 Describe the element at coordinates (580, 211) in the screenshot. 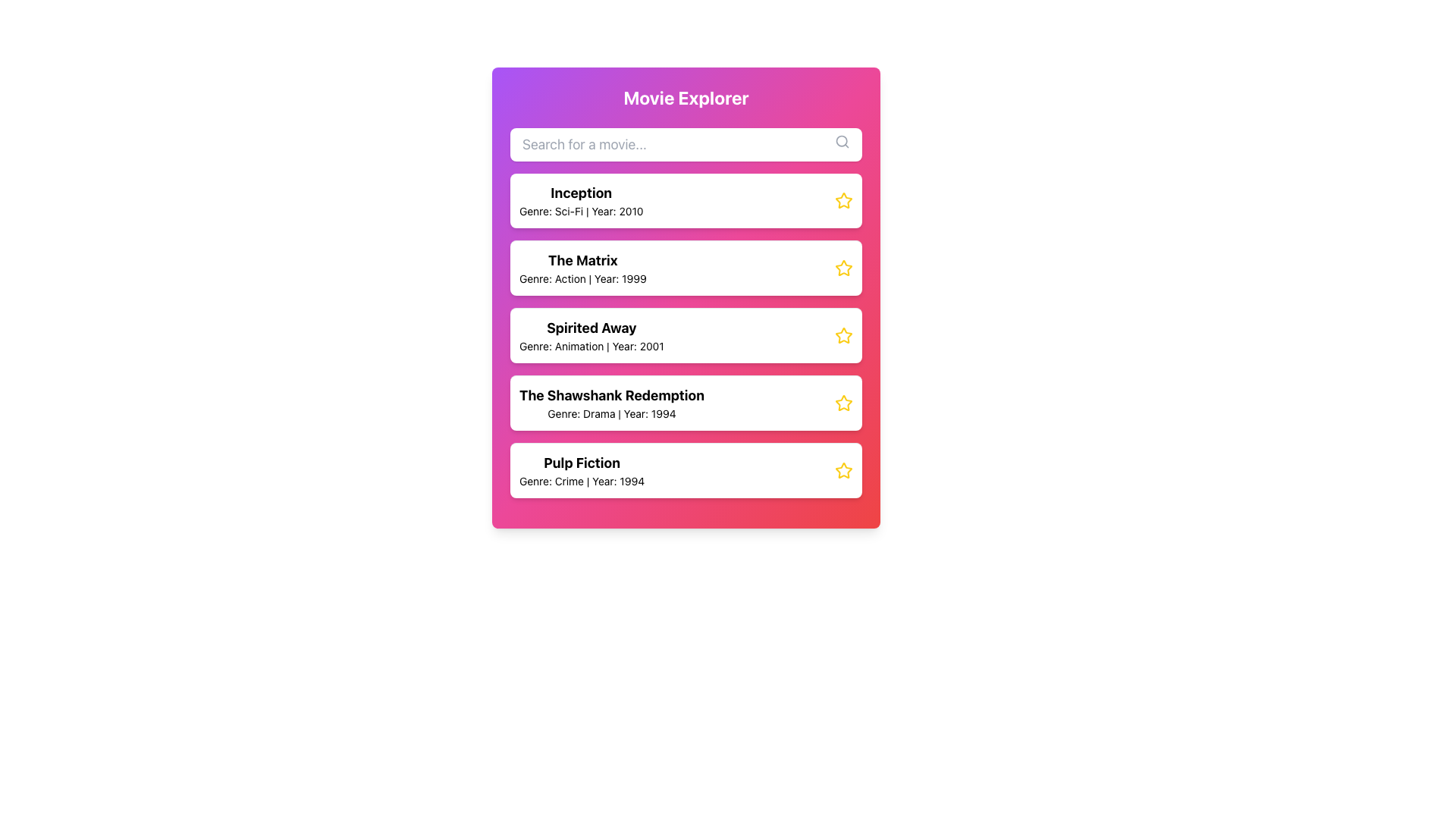

I see `text displaying the genre and release year of the movie 'Inception', located under its title in the first movie item of the 'Movie Explorer' panel` at that location.